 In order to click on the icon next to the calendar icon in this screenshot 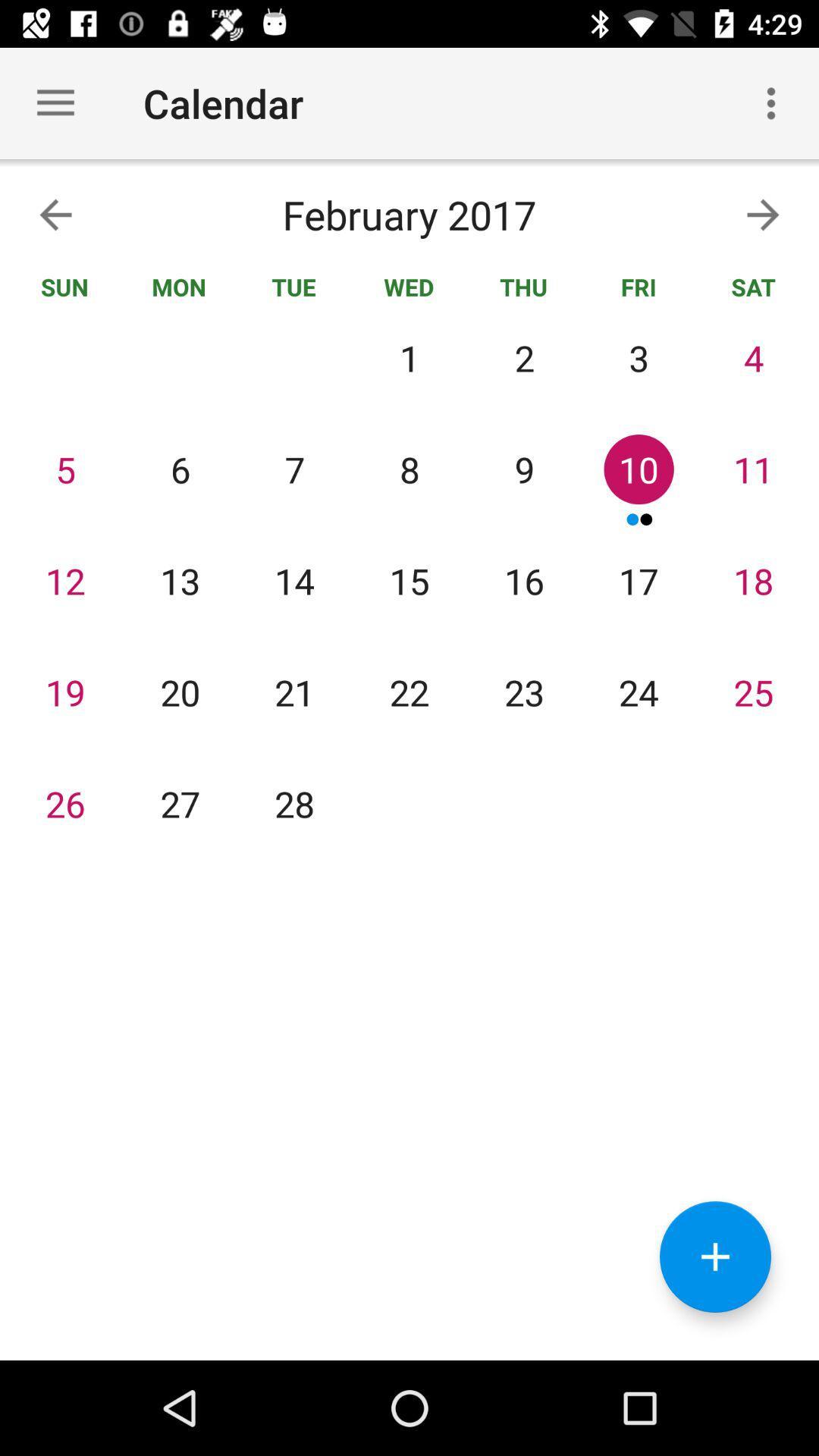, I will do `click(771, 102)`.